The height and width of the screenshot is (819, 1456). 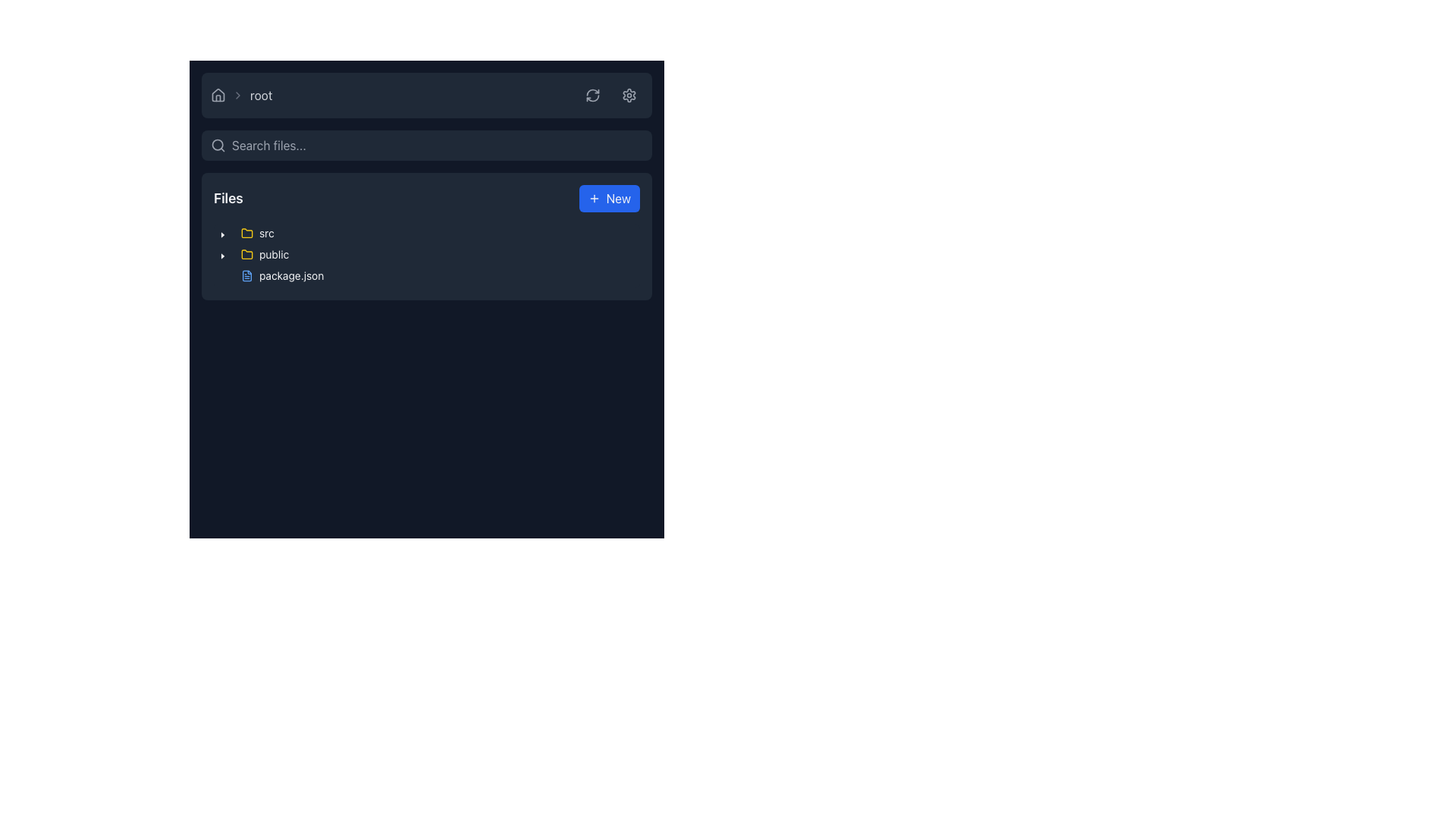 What do you see at coordinates (282, 275) in the screenshot?
I see `the list item representing the file entry 'package.json'` at bounding box center [282, 275].